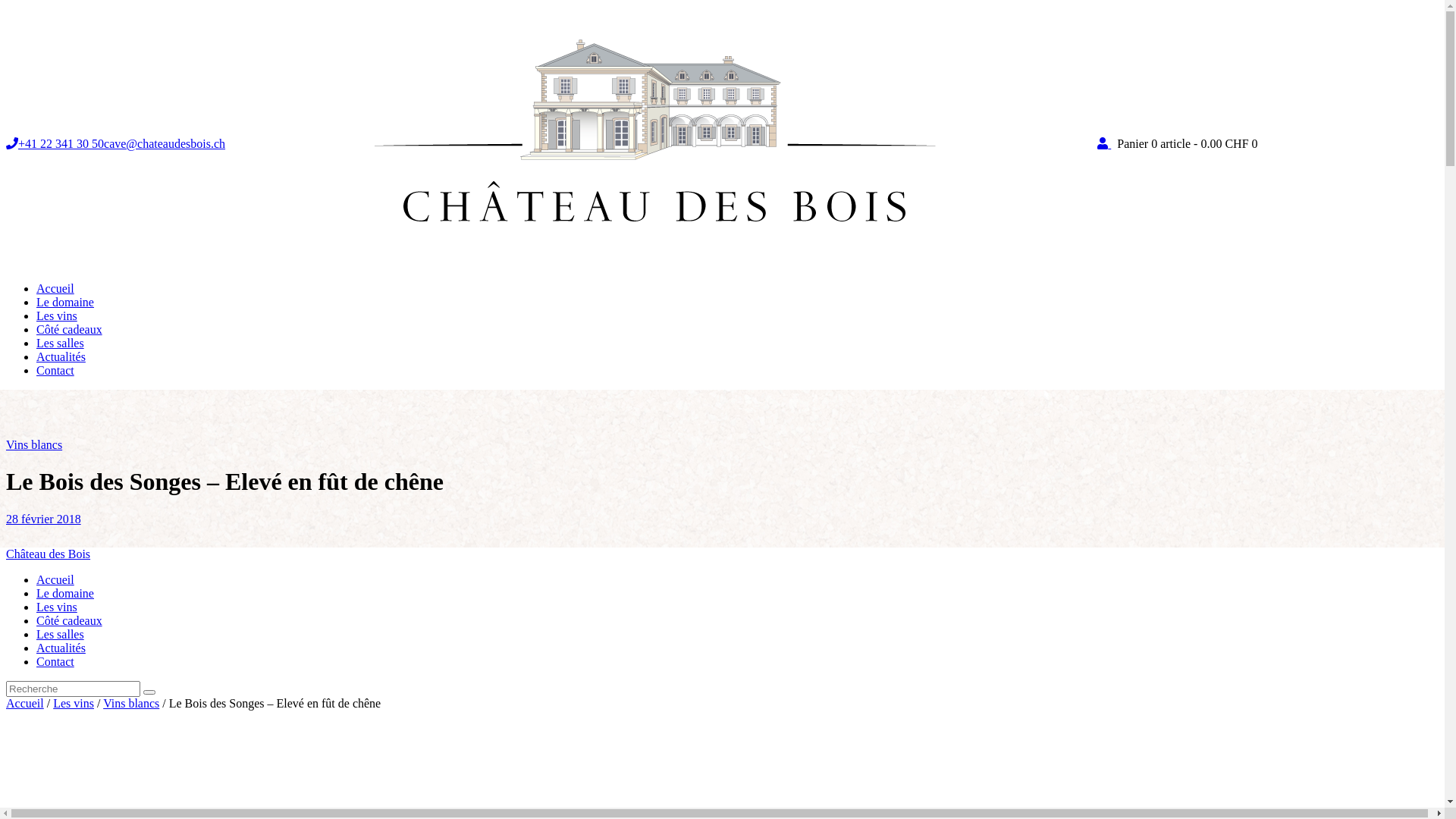 The width and height of the screenshot is (1456, 819). Describe the element at coordinates (60, 343) in the screenshot. I see `'Les salles'` at that location.